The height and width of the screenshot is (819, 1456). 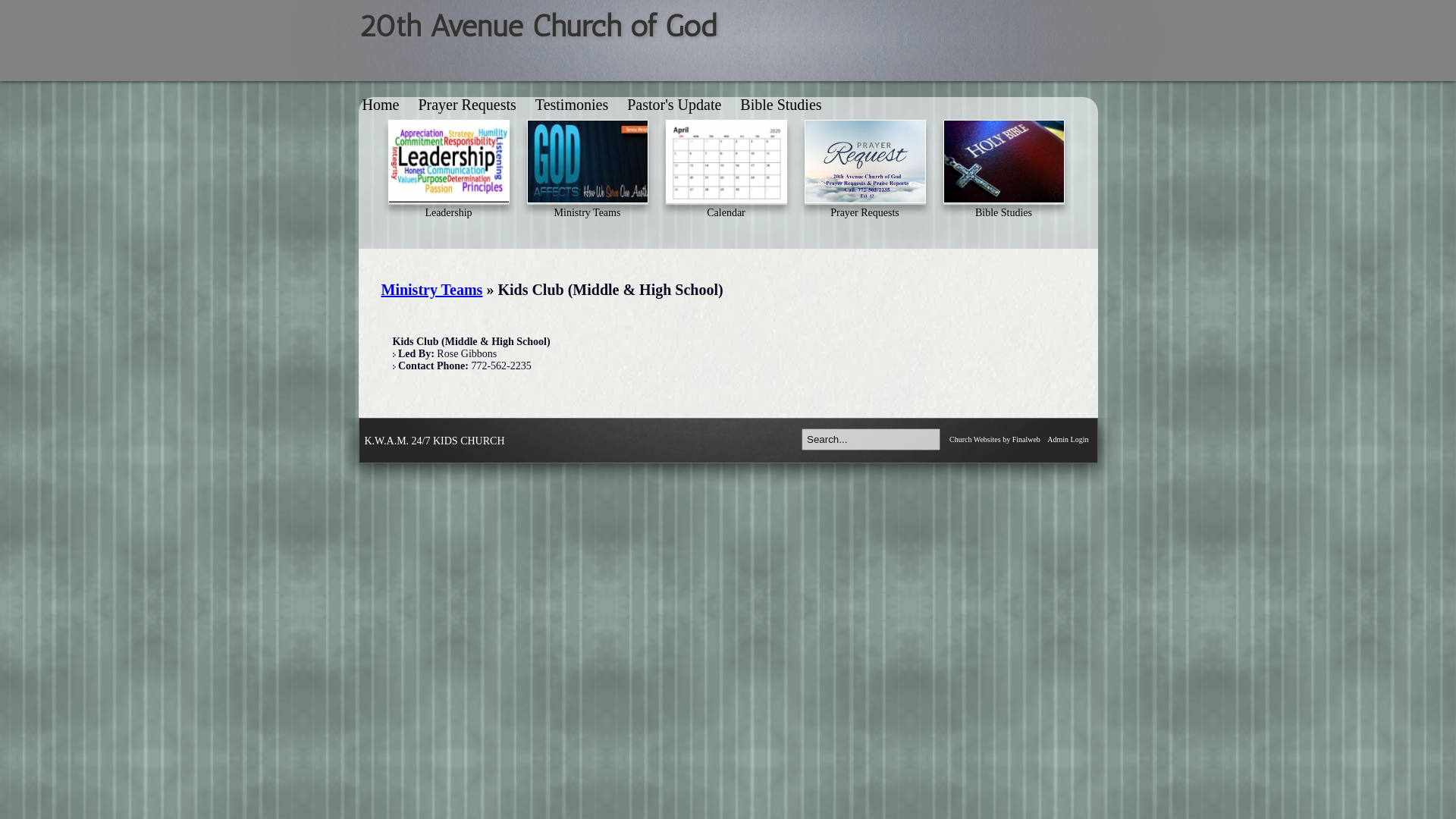 I want to click on 'Church Websites by Finalweb', so click(x=949, y=439).